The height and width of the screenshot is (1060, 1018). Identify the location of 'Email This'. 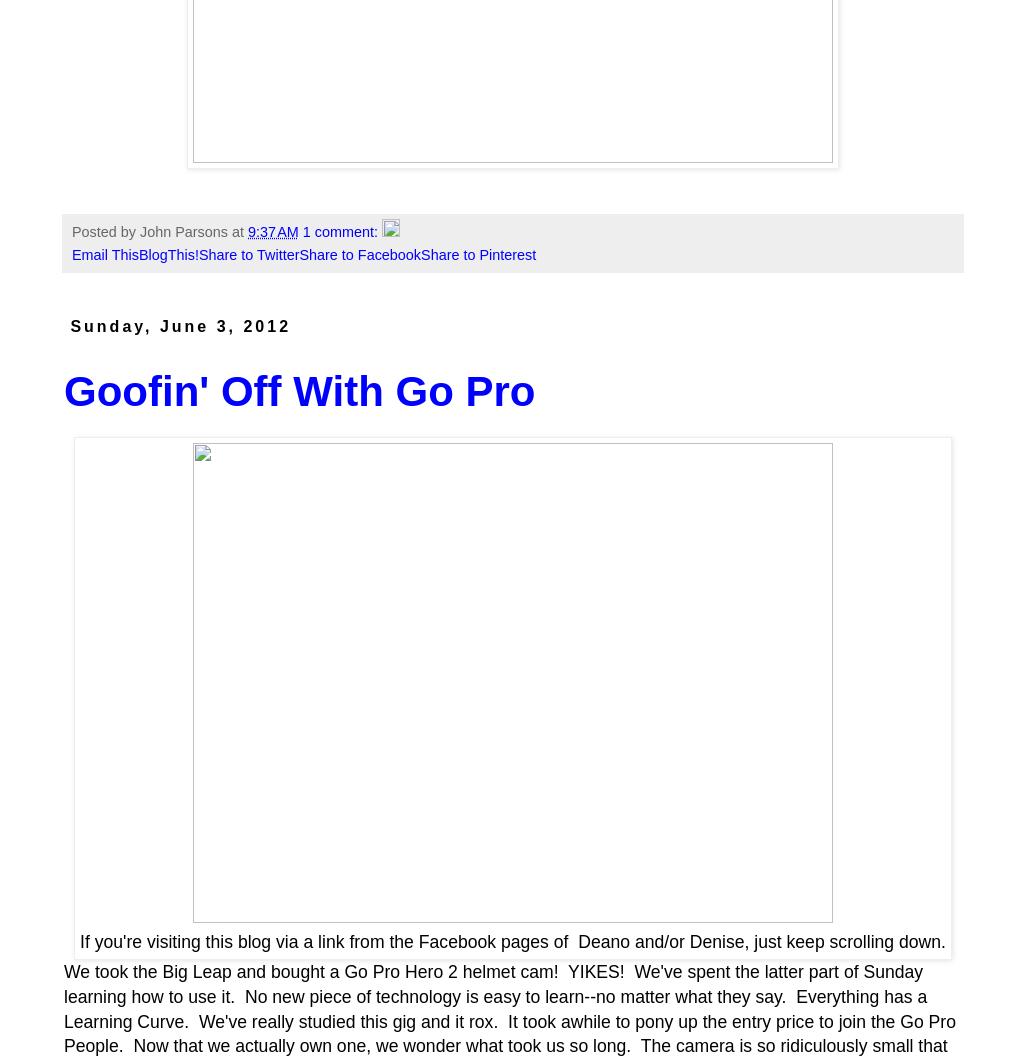
(103, 254).